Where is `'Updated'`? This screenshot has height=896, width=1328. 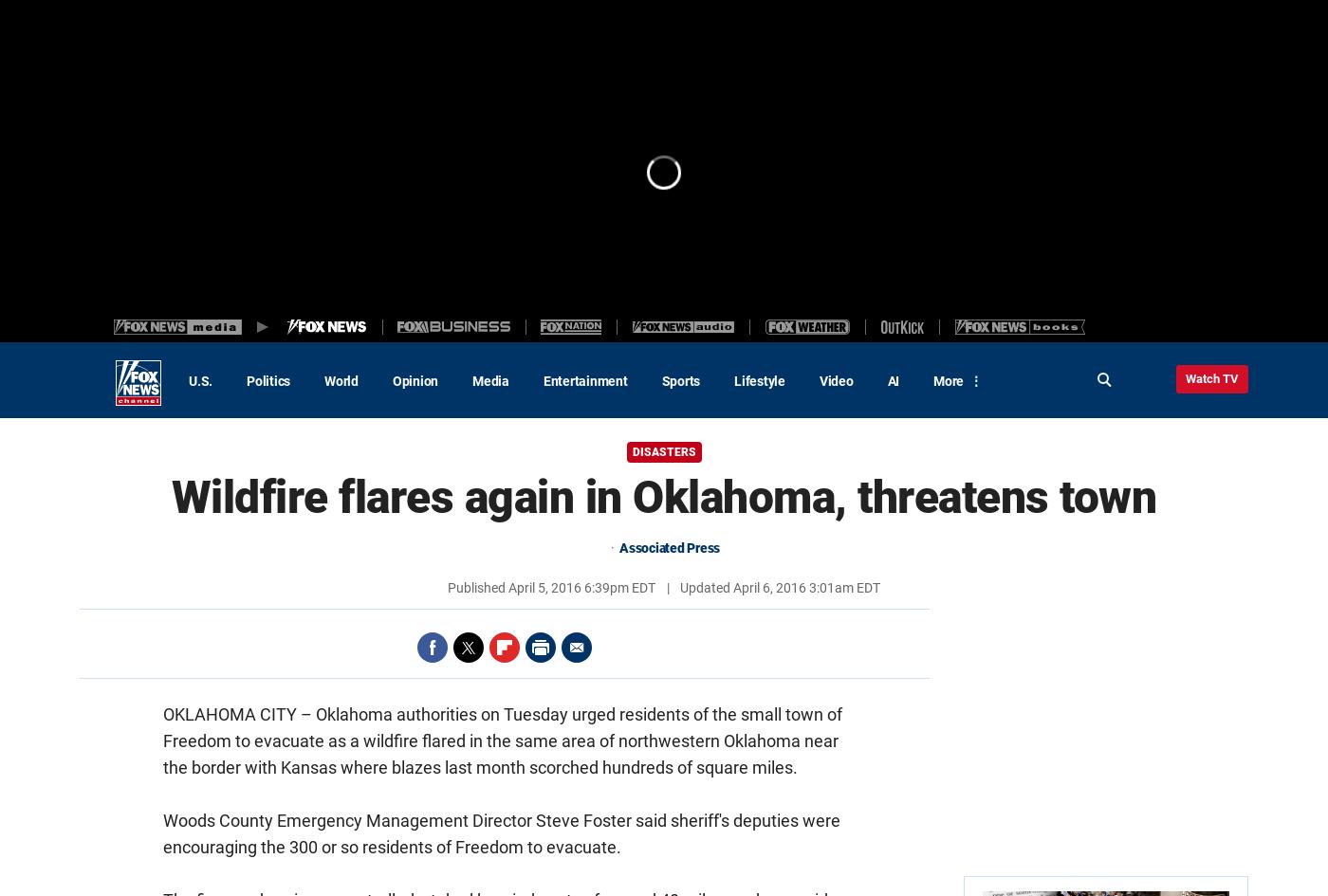
'Updated' is located at coordinates (705, 587).